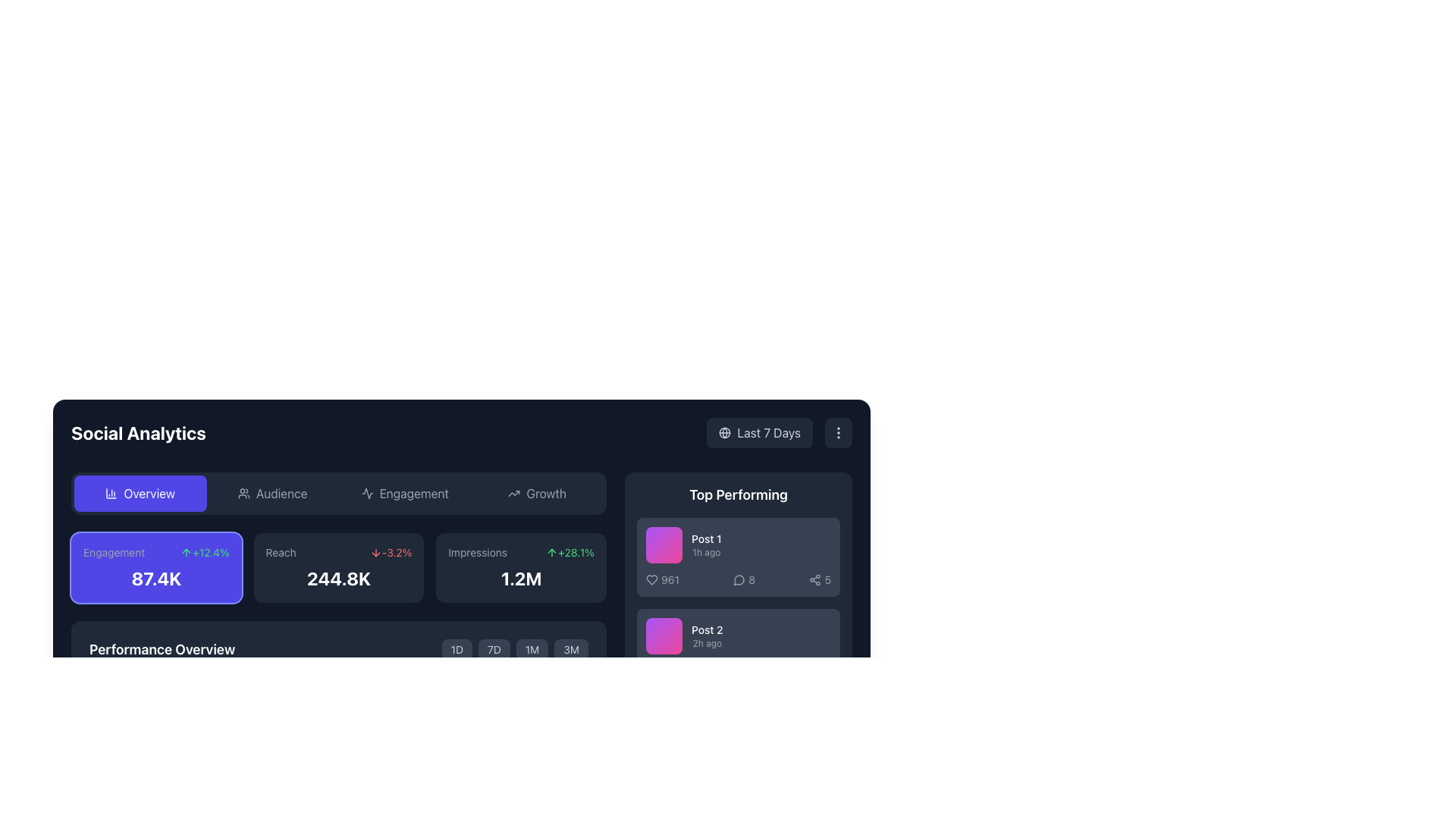 This screenshot has height=819, width=1456. Describe the element at coordinates (204, 553) in the screenshot. I see `the text and icon element indicating a percentage increase in engagement, which is visually represented with a green color and upward arrow, located to the right of the 'Engagement' label` at that location.